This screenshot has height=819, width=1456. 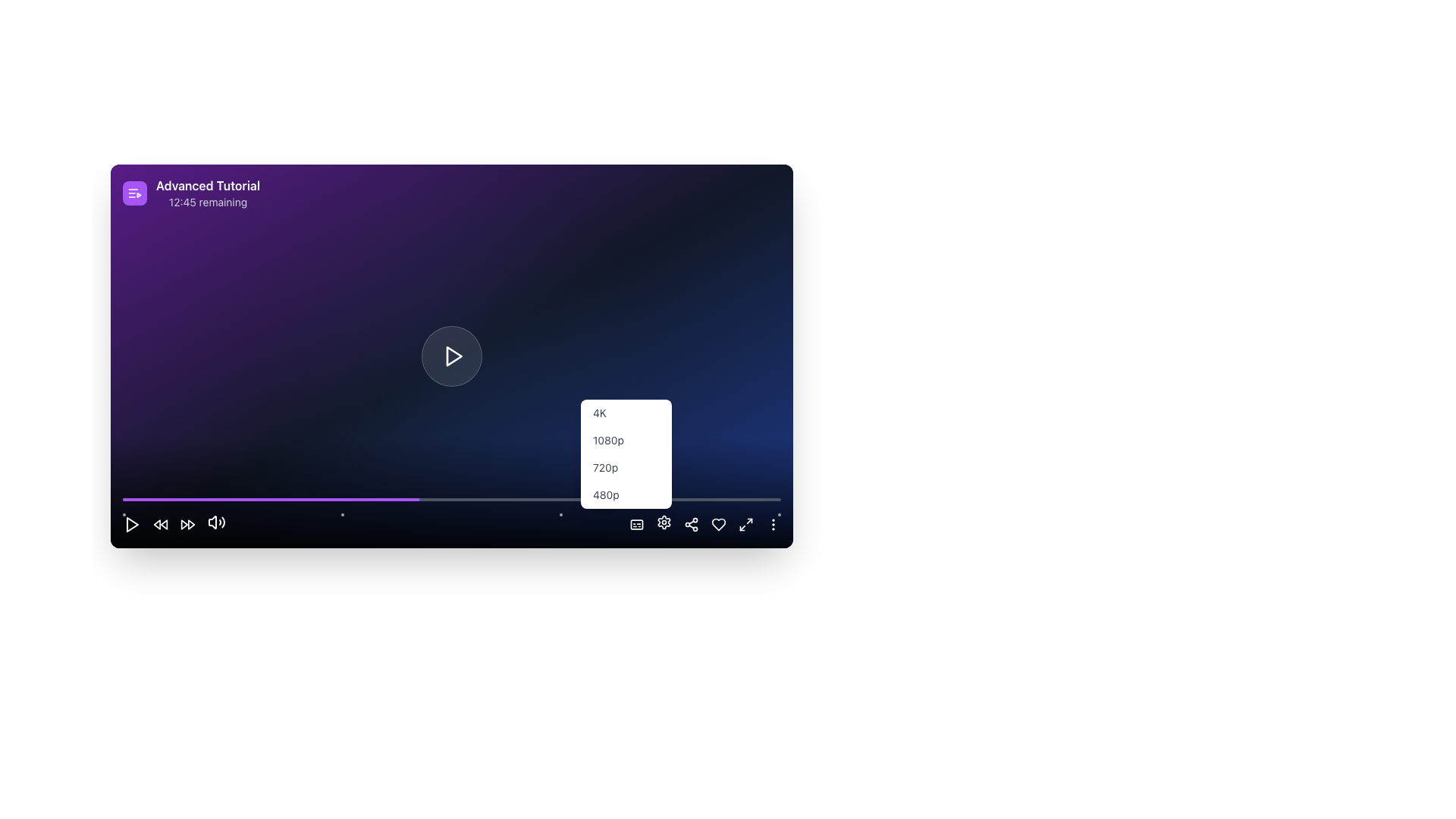 What do you see at coordinates (691, 523) in the screenshot?
I see `the share icon button located in the bottom right portion of the interface` at bounding box center [691, 523].